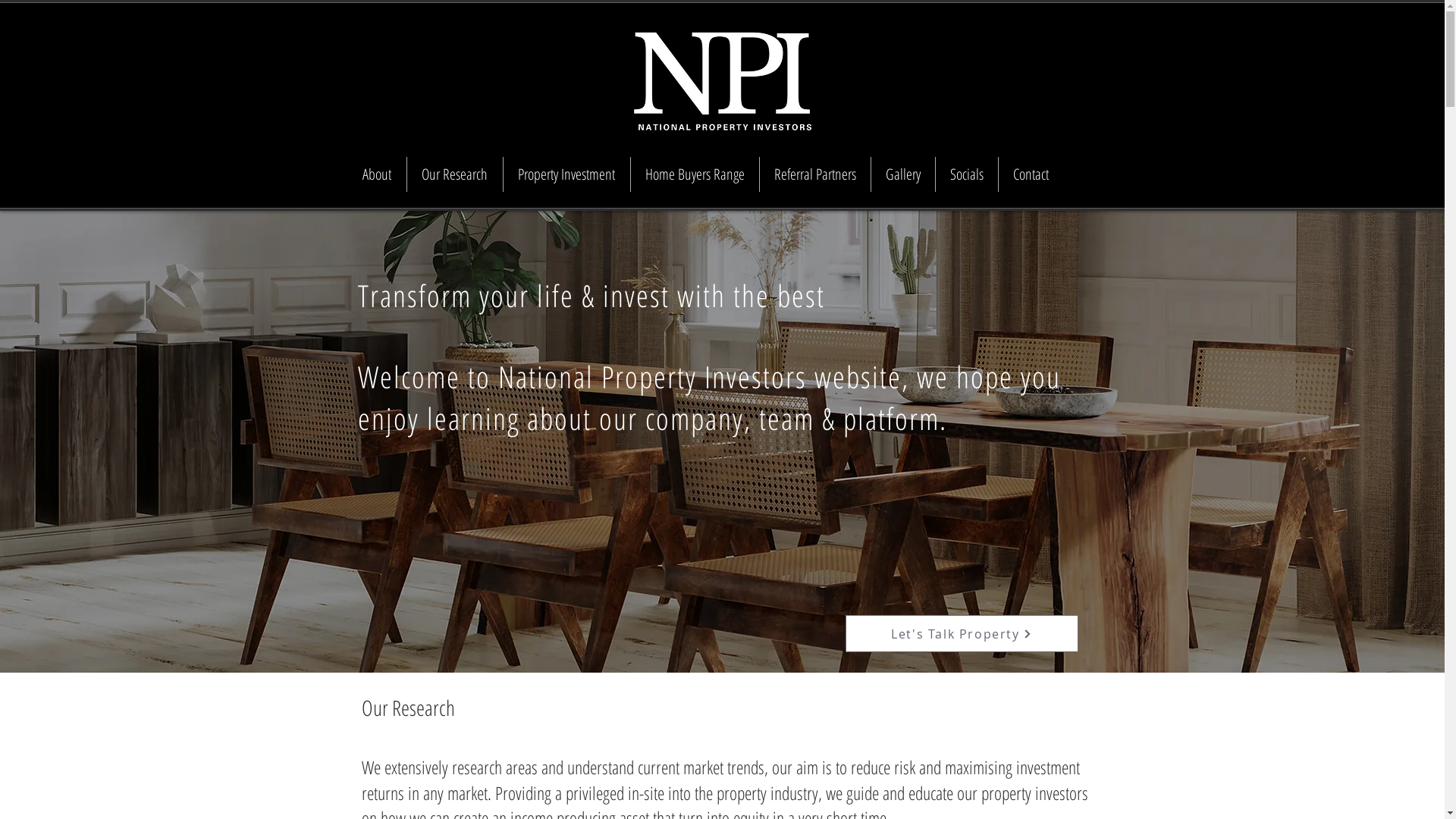 This screenshot has width=1456, height=819. I want to click on 'Our Research', so click(453, 174).